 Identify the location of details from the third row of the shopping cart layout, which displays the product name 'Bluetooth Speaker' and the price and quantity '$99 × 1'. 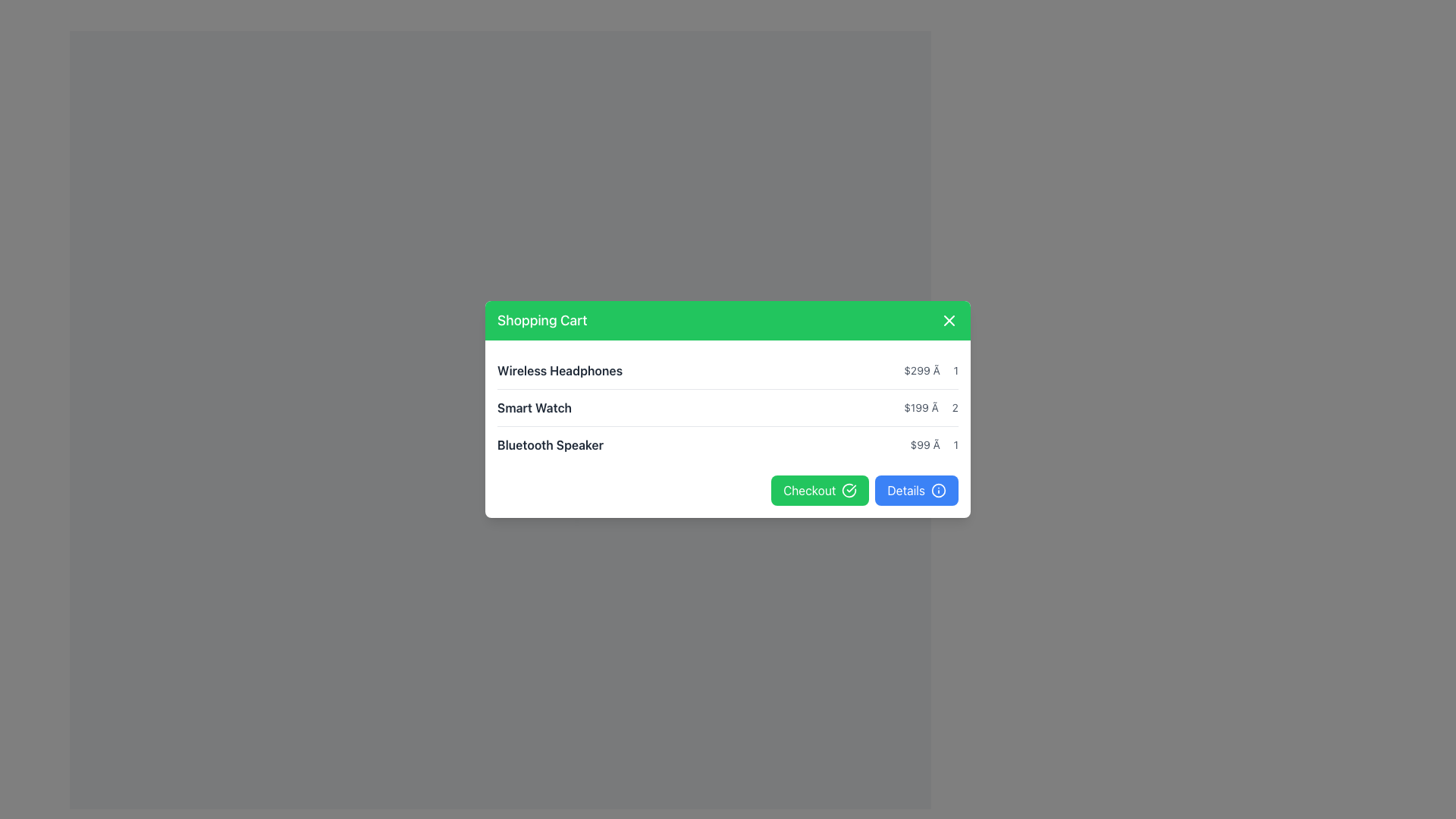
(728, 444).